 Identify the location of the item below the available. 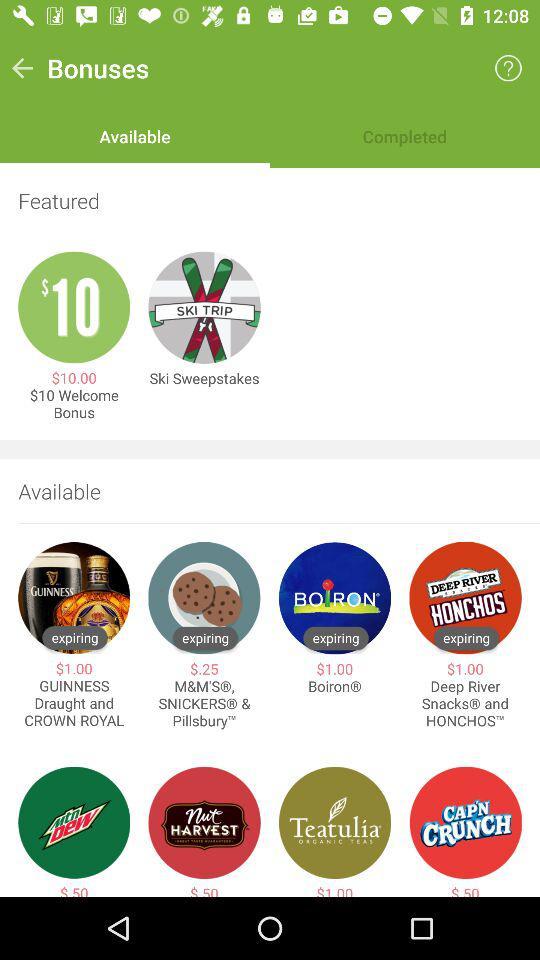
(270, 200).